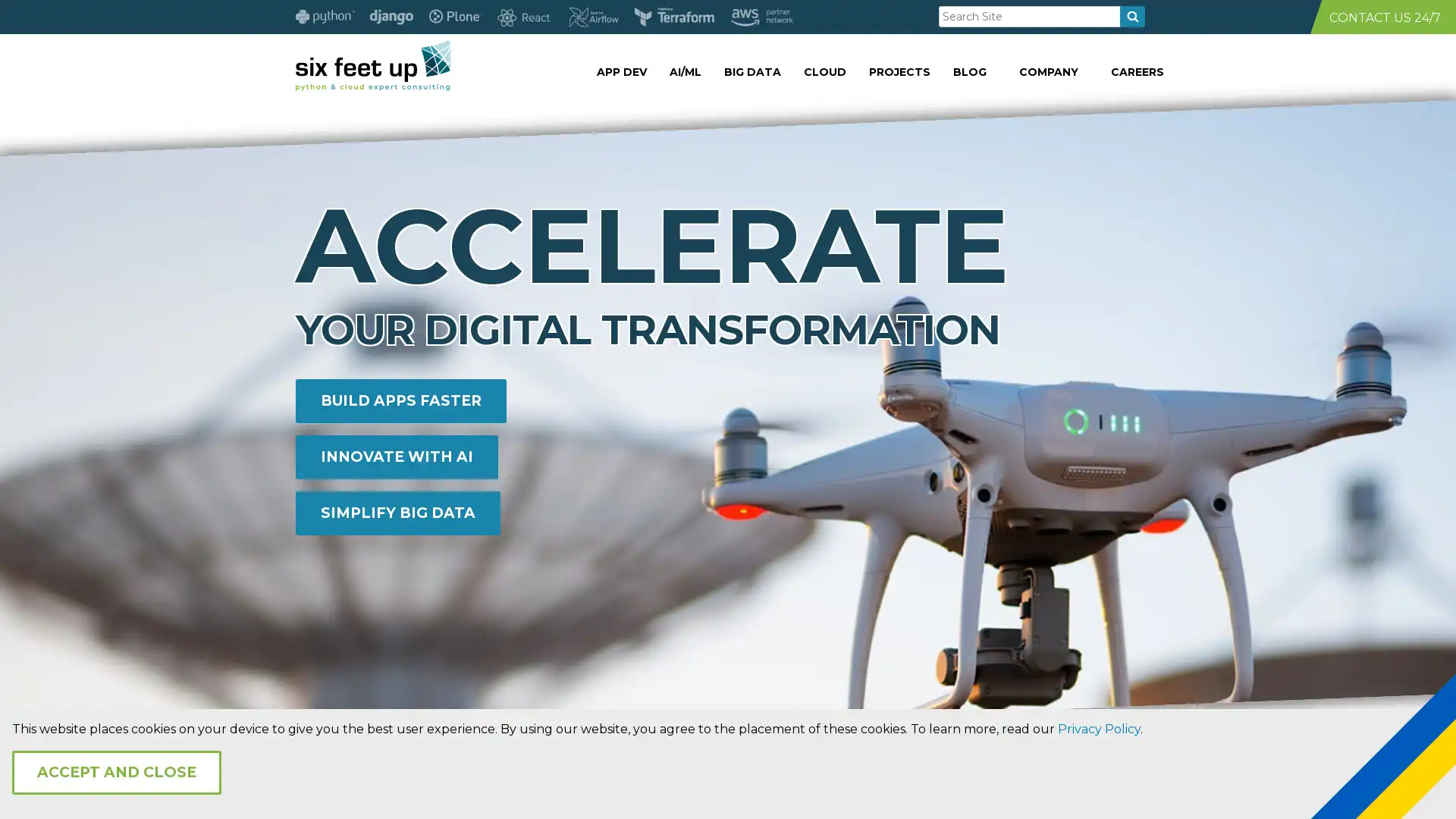  What do you see at coordinates (1163, 70) in the screenshot?
I see `Company` at bounding box center [1163, 70].